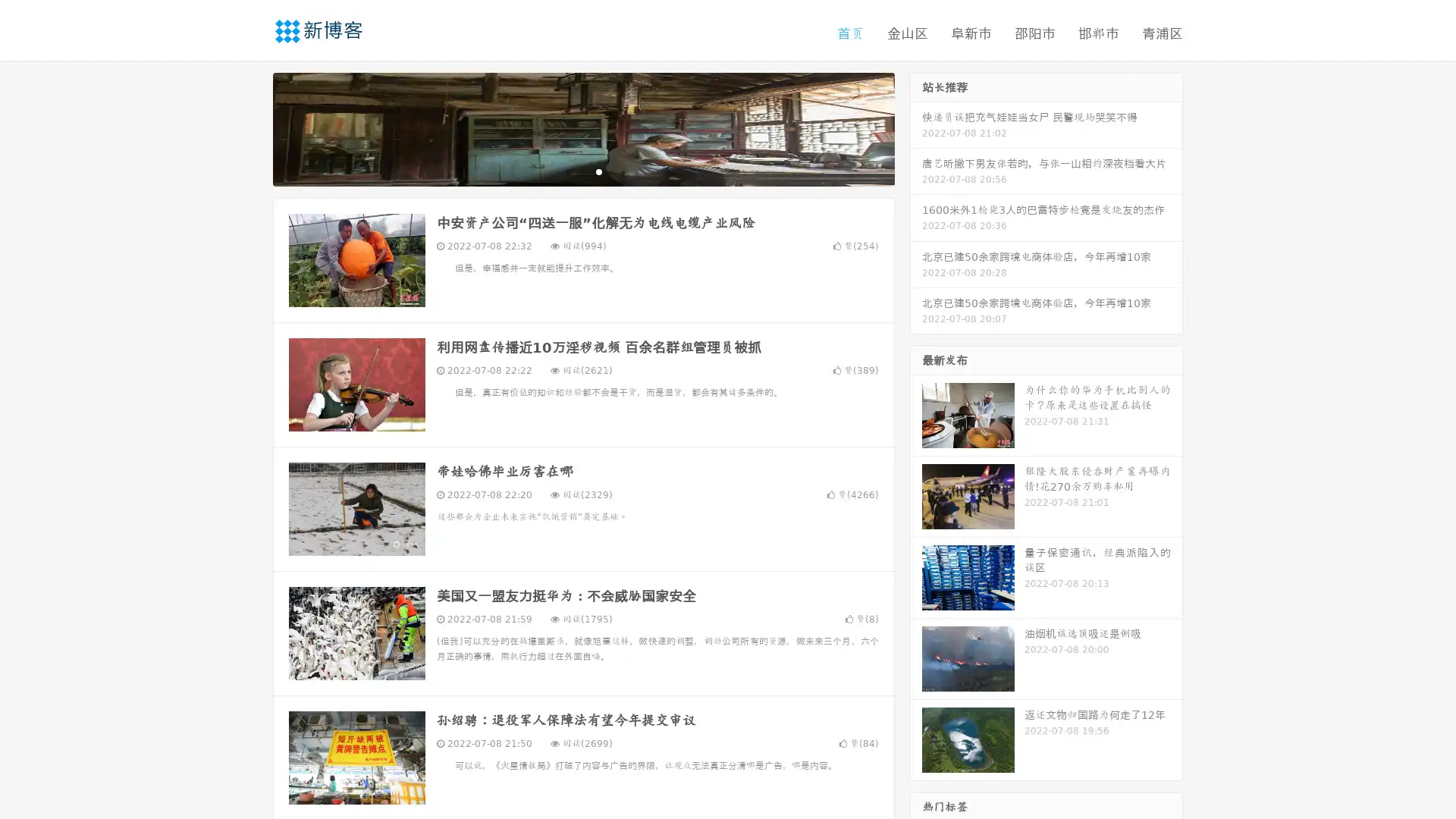  Describe the element at coordinates (250, 127) in the screenshot. I see `Previous slide` at that location.